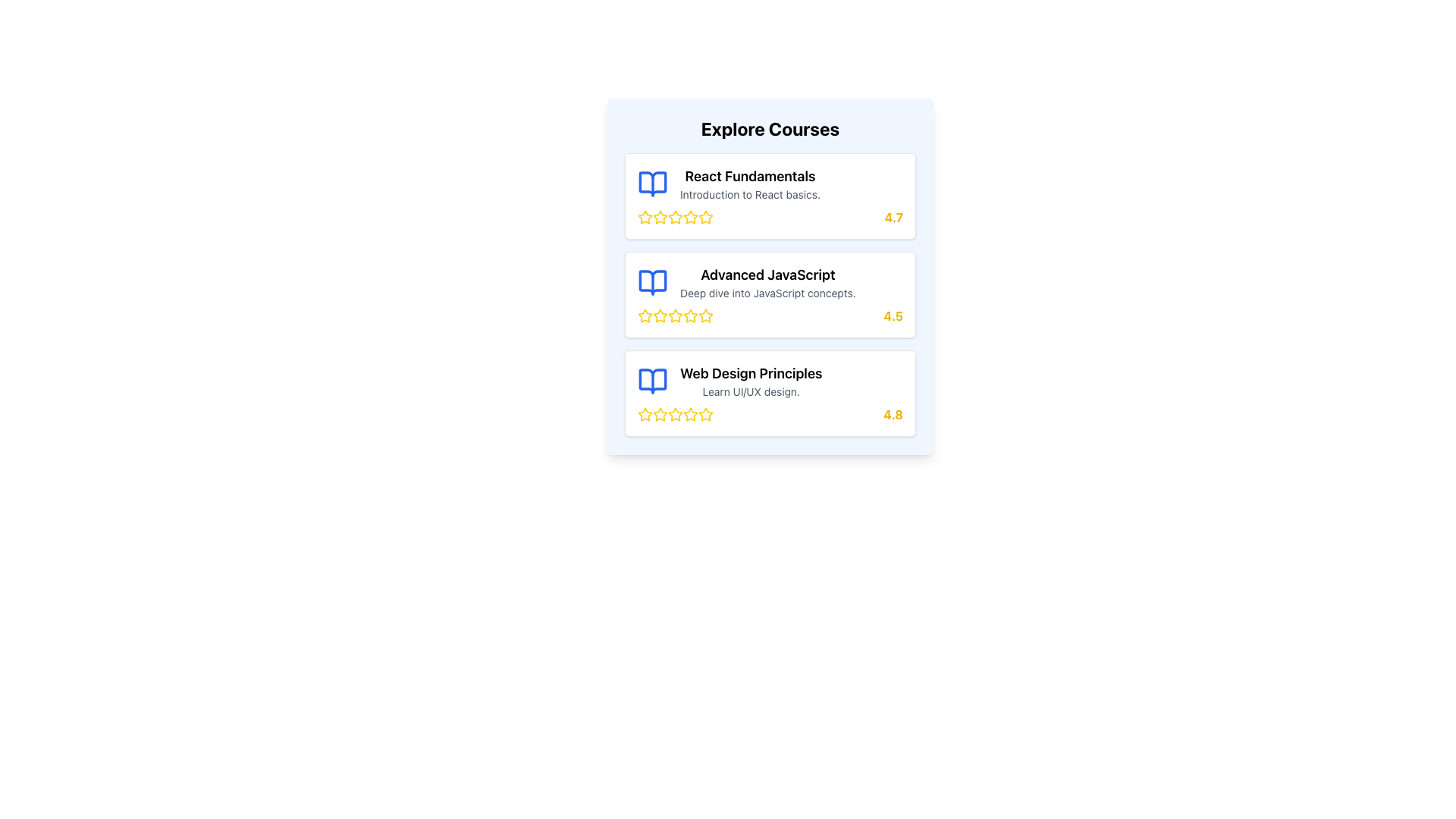  I want to click on the yellow star icon in the star rating component for the course 'Advanced JavaScript', which is the third star in a horizontal sequence indicating a rating of 4.5, so click(690, 315).